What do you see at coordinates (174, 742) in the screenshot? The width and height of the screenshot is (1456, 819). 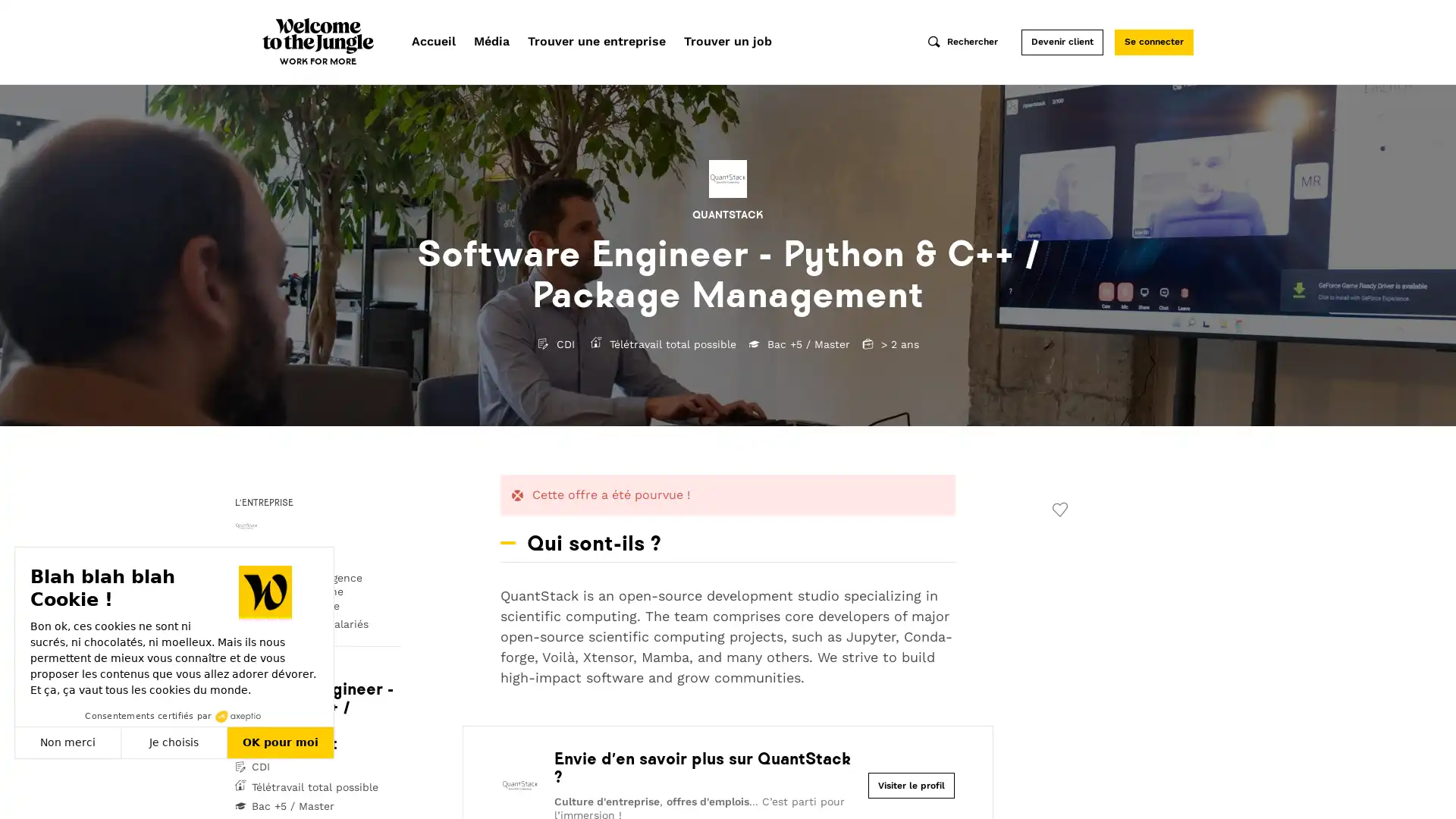 I see `Je choisis` at bounding box center [174, 742].